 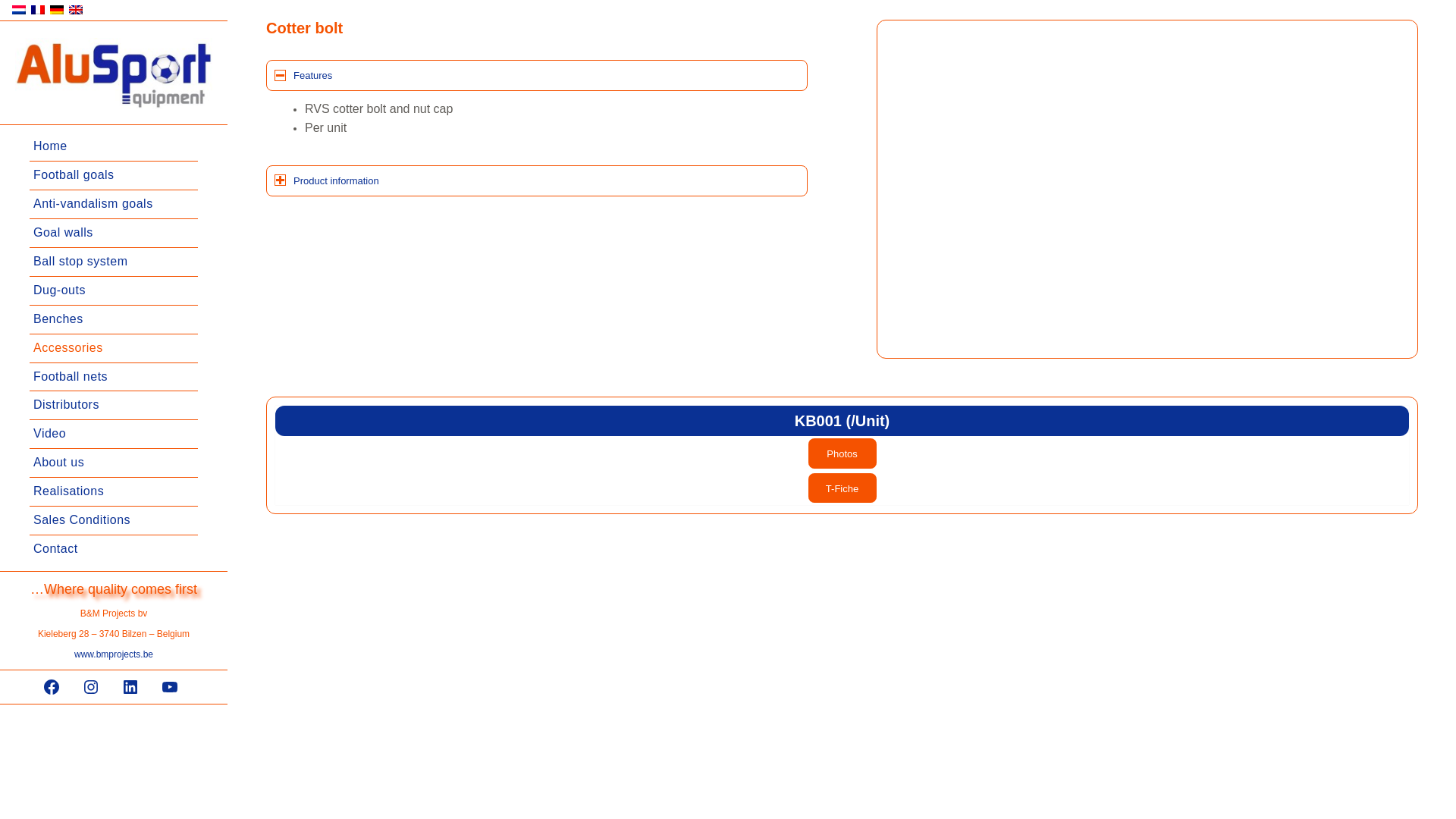 What do you see at coordinates (112, 174) in the screenshot?
I see `'Football goals'` at bounding box center [112, 174].